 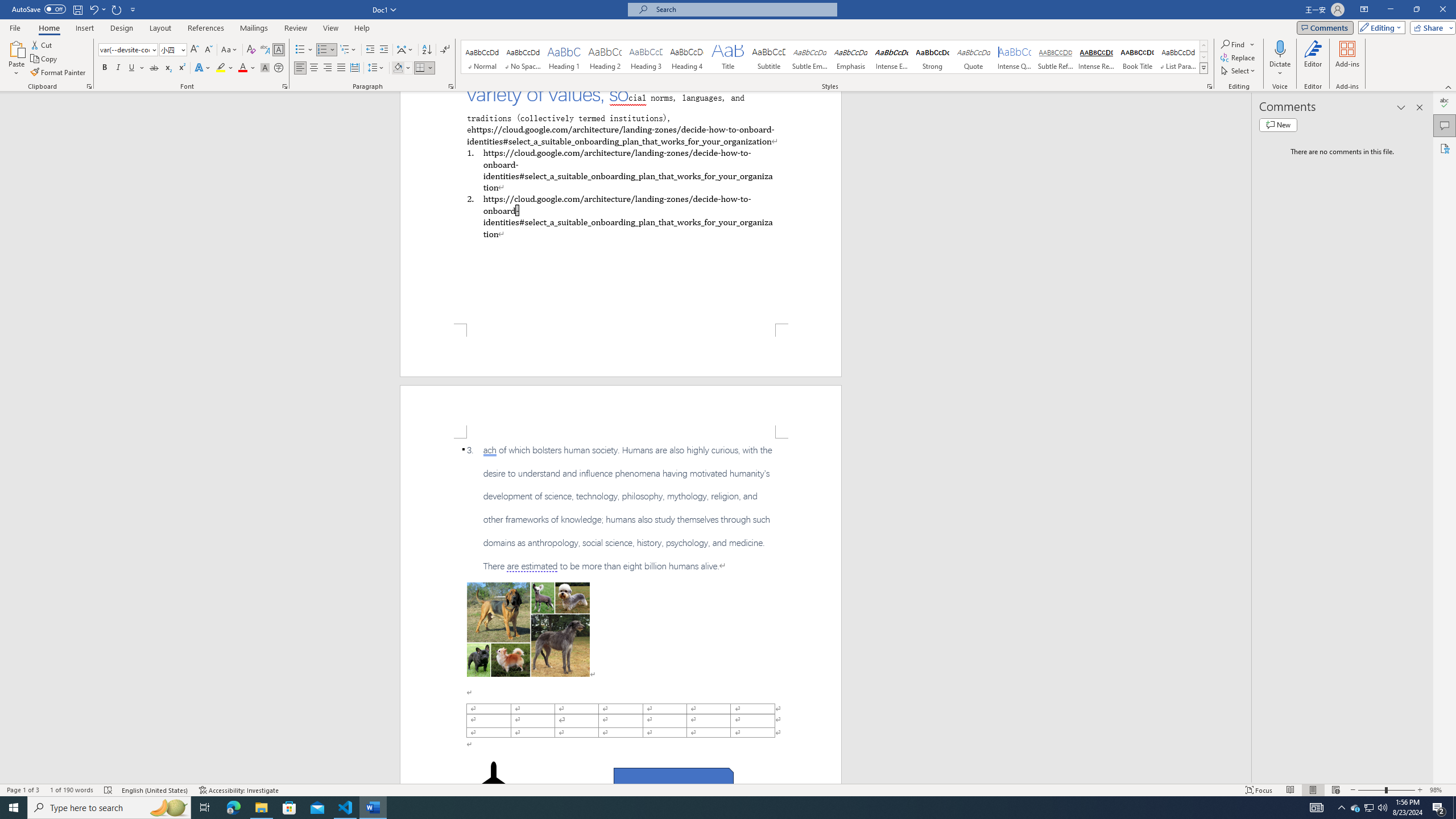 What do you see at coordinates (383, 49) in the screenshot?
I see `'Increase Indent'` at bounding box center [383, 49].